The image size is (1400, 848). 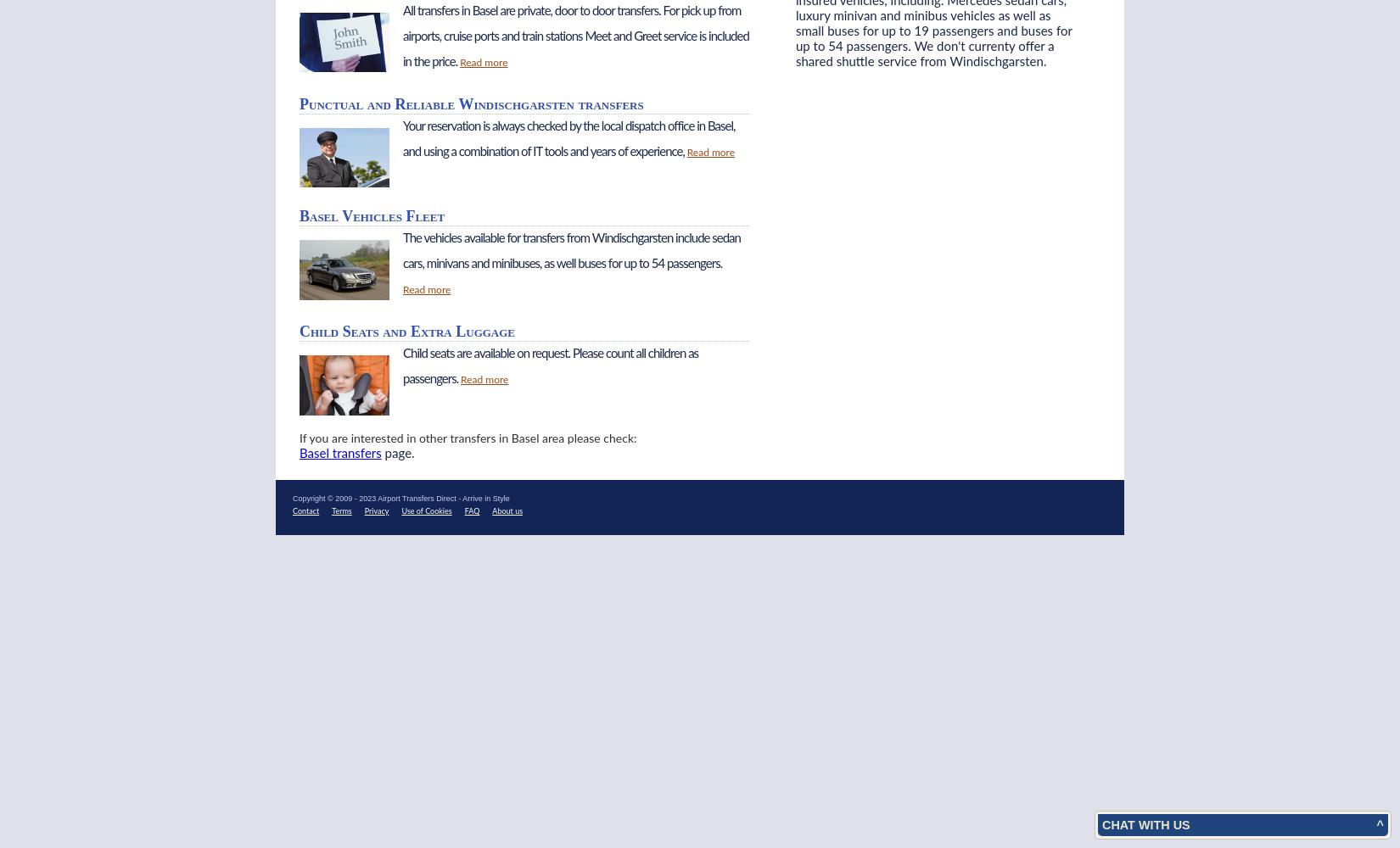 I want to click on 'Copyright © 2009 - 2023 Airport Transfers Direct - Arrive in Style', so click(x=293, y=497).